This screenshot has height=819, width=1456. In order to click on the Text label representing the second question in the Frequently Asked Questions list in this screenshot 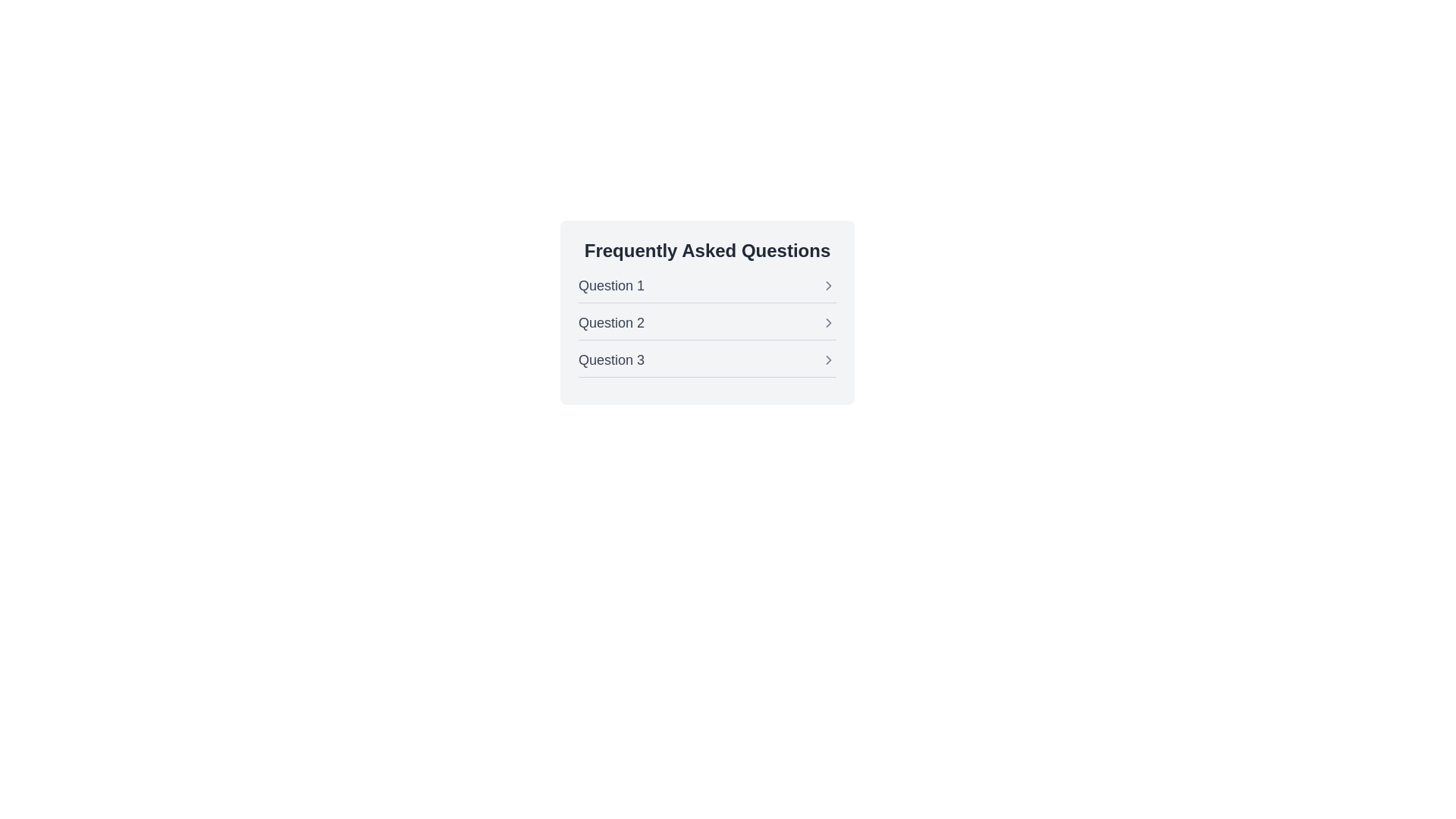, I will do `click(611, 322)`.